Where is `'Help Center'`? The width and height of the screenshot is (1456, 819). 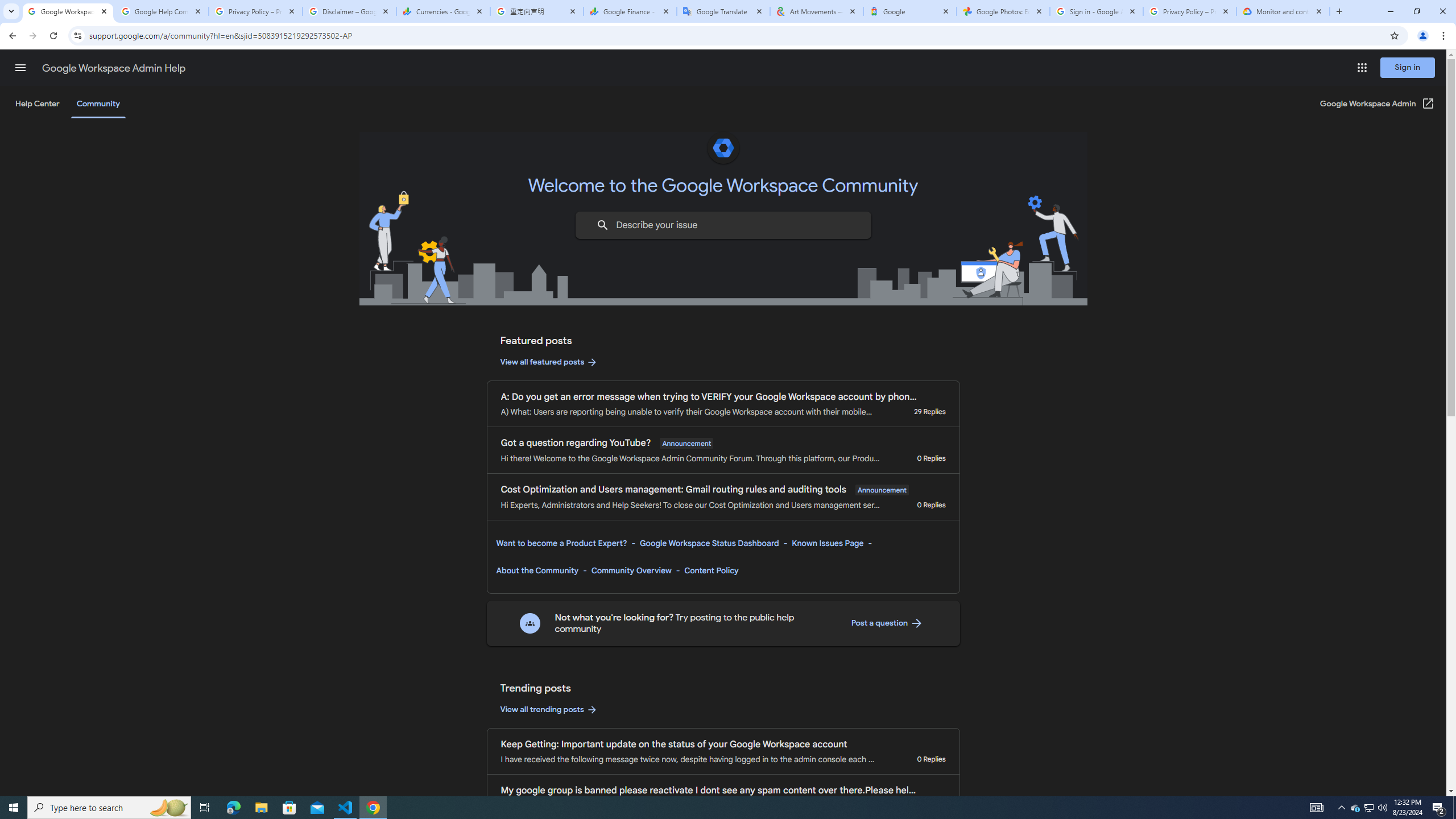
'Help Center' is located at coordinates (37, 103).